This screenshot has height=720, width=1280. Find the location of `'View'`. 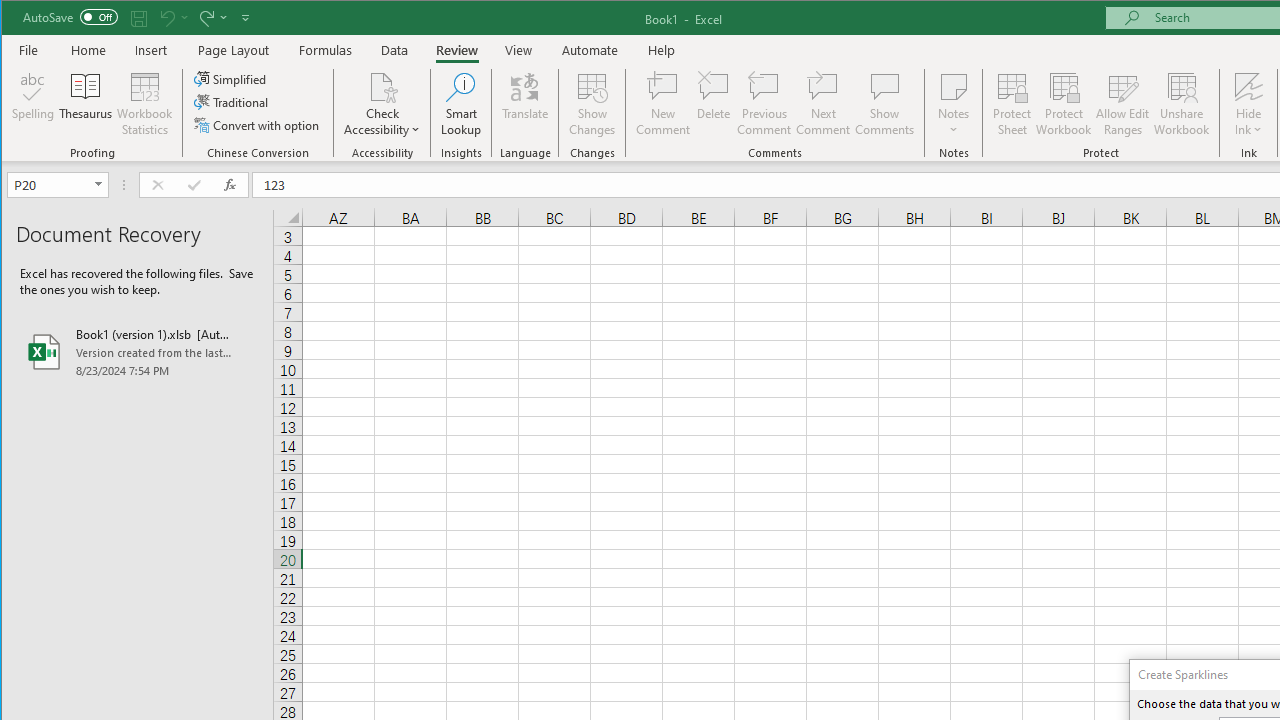

'View' is located at coordinates (519, 49).